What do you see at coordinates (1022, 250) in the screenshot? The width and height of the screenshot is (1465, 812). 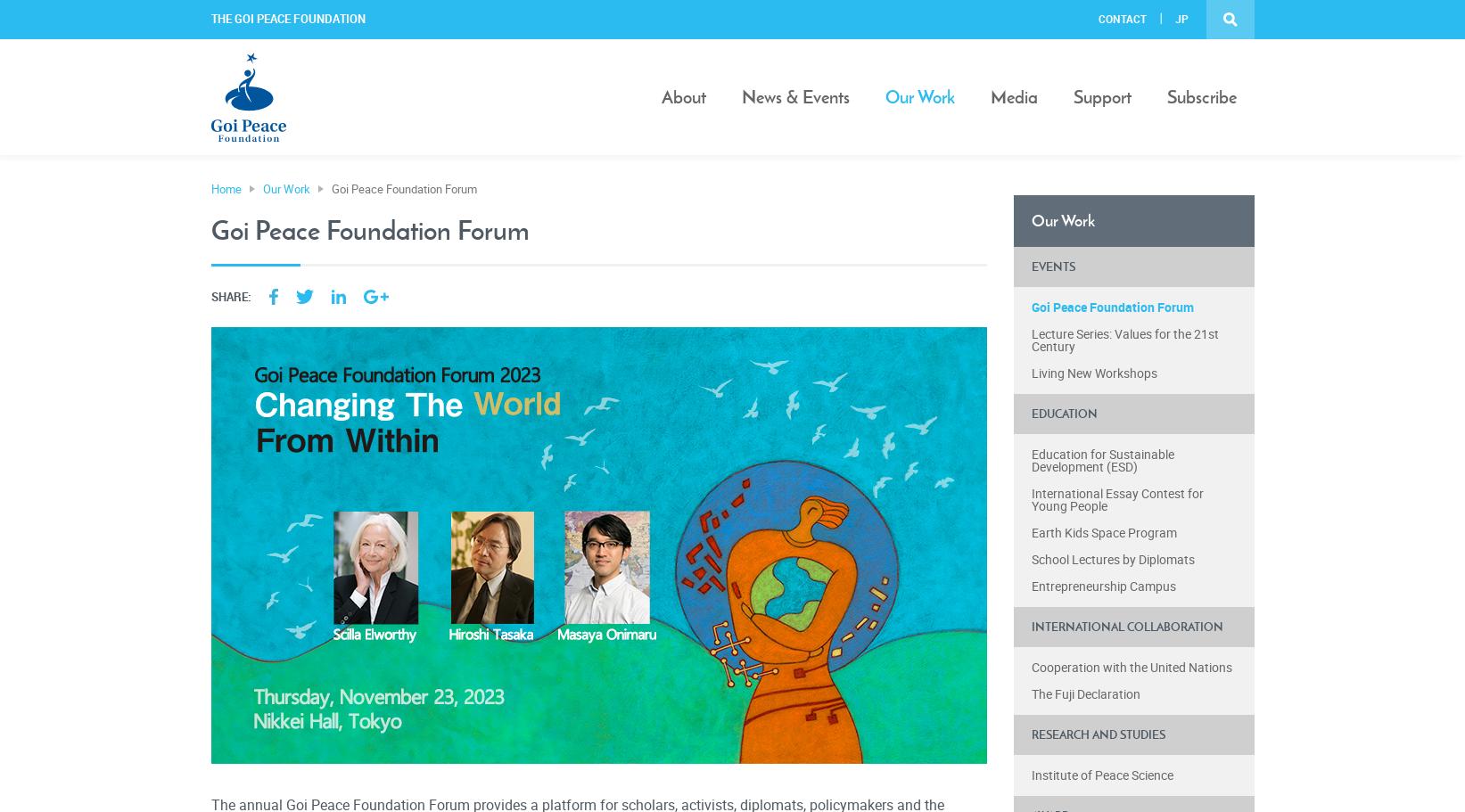 I see `'Downloads'` at bounding box center [1022, 250].